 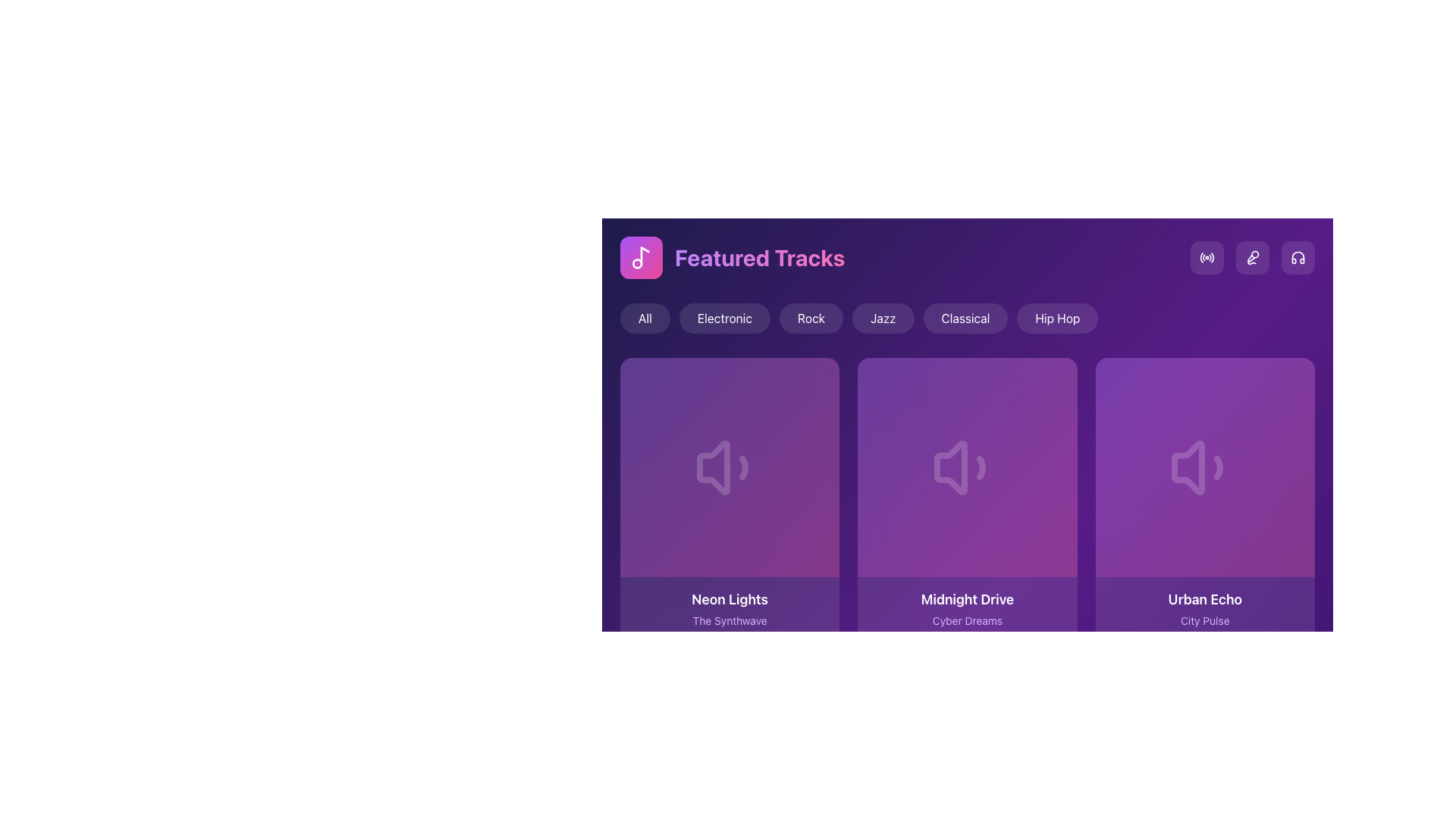 What do you see at coordinates (1204, 466) in the screenshot?
I see `the audio-related feature element located in the third column of the current row in a grid-like structure` at bounding box center [1204, 466].